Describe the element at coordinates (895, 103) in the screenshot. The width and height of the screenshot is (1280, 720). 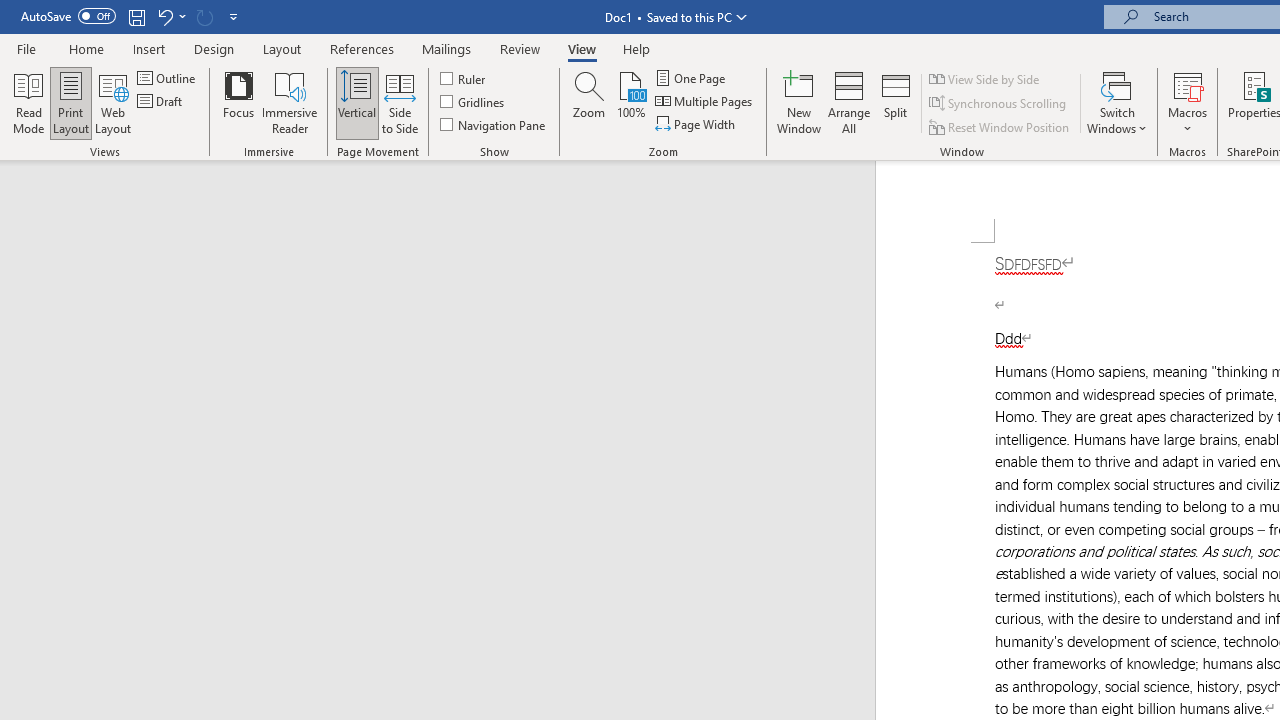
I see `'Split'` at that location.